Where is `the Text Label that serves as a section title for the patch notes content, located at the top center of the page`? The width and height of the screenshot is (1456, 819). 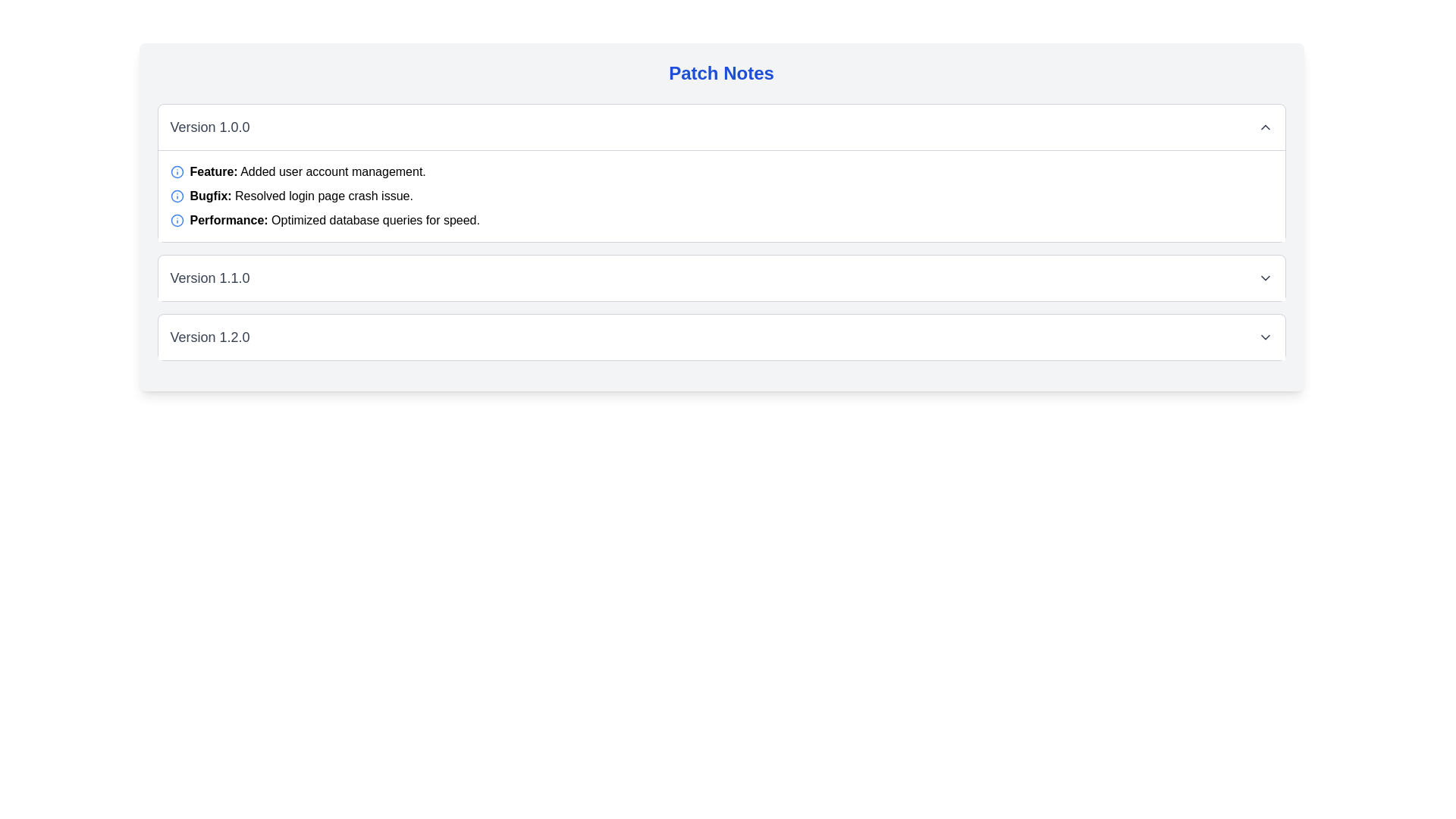
the Text Label that serves as a section title for the patch notes content, located at the top center of the page is located at coordinates (720, 73).